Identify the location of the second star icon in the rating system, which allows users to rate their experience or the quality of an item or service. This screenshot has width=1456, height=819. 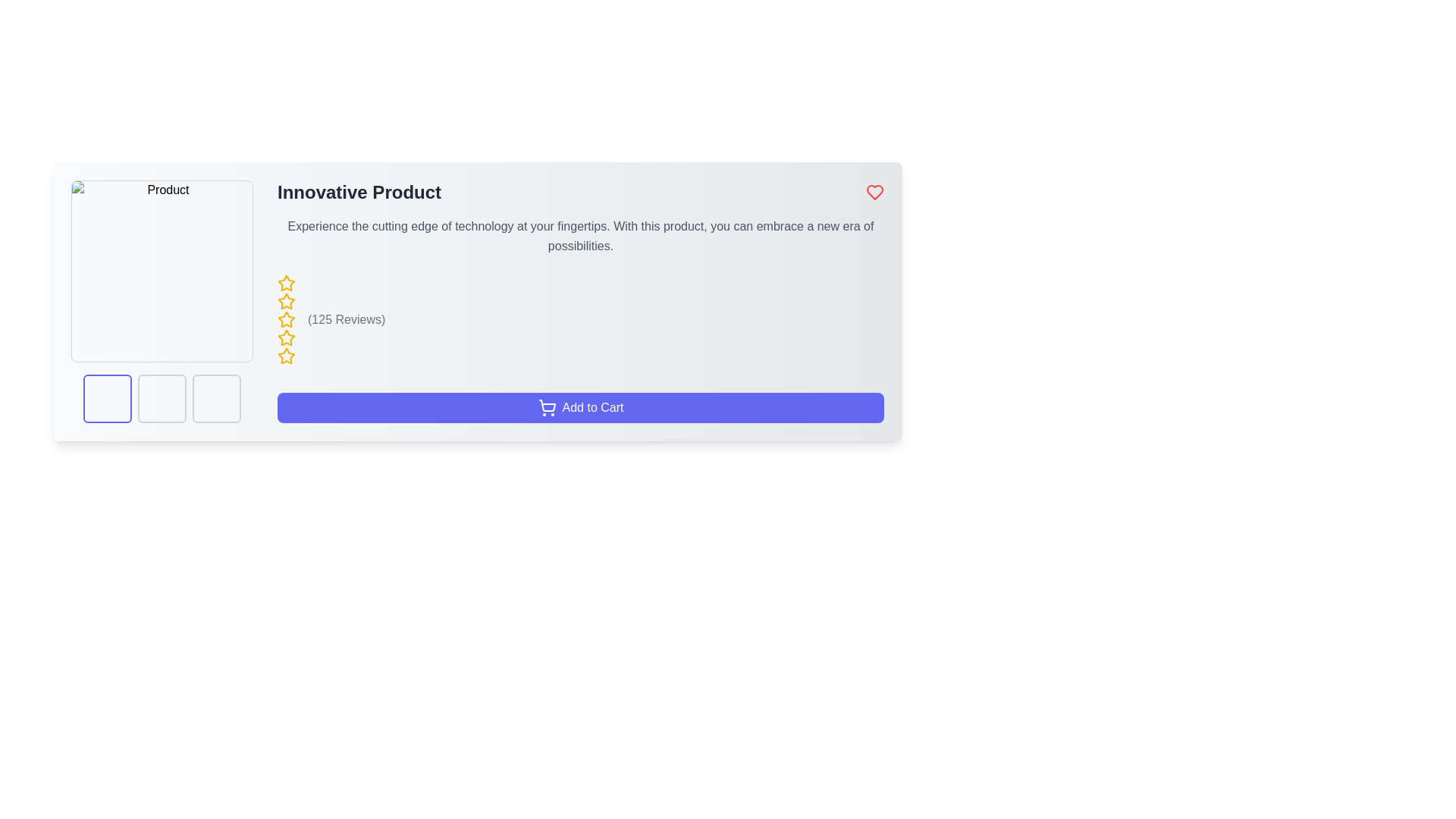
(287, 318).